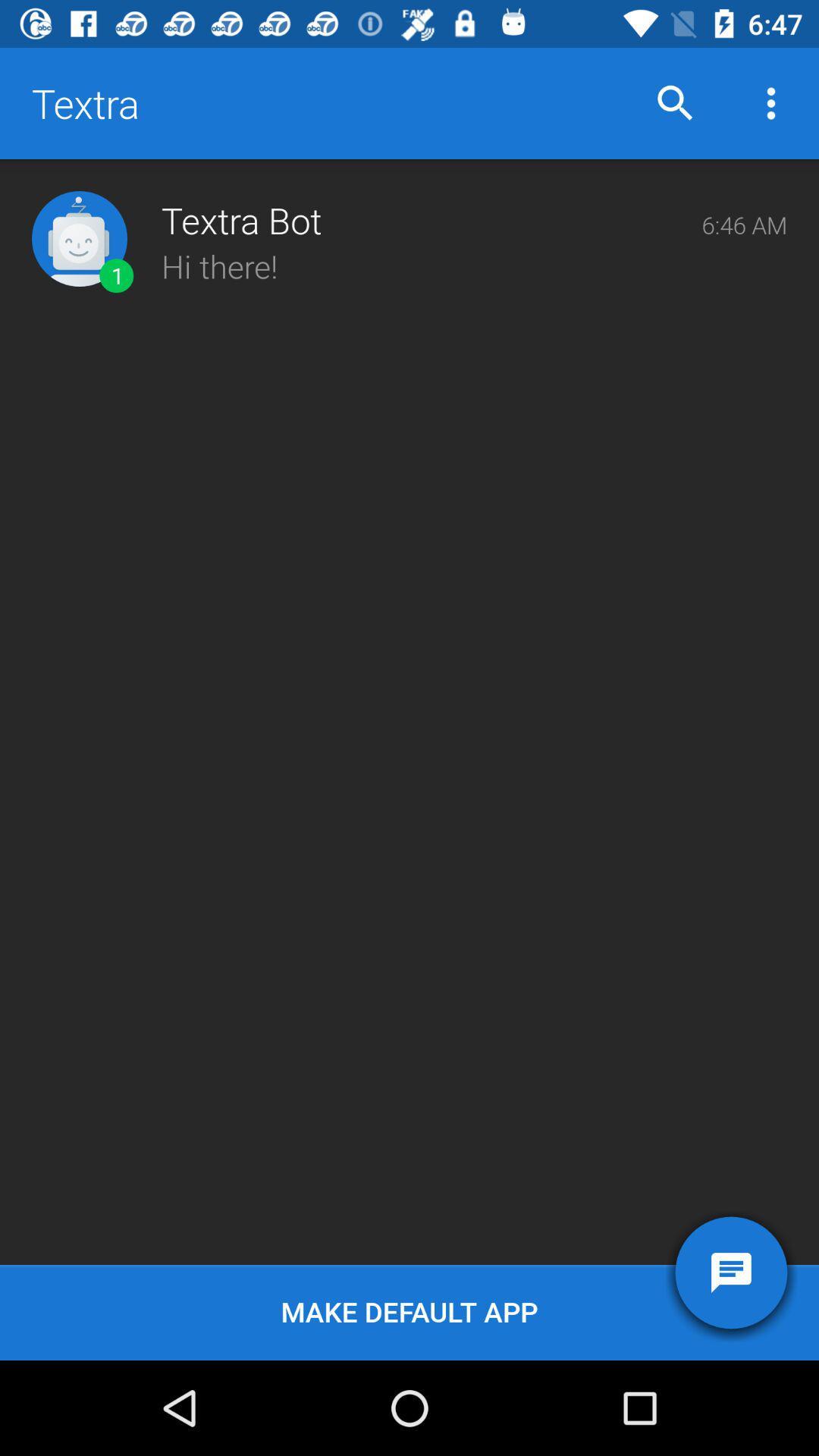 This screenshot has height=1456, width=819. I want to click on the search icon, so click(675, 102).